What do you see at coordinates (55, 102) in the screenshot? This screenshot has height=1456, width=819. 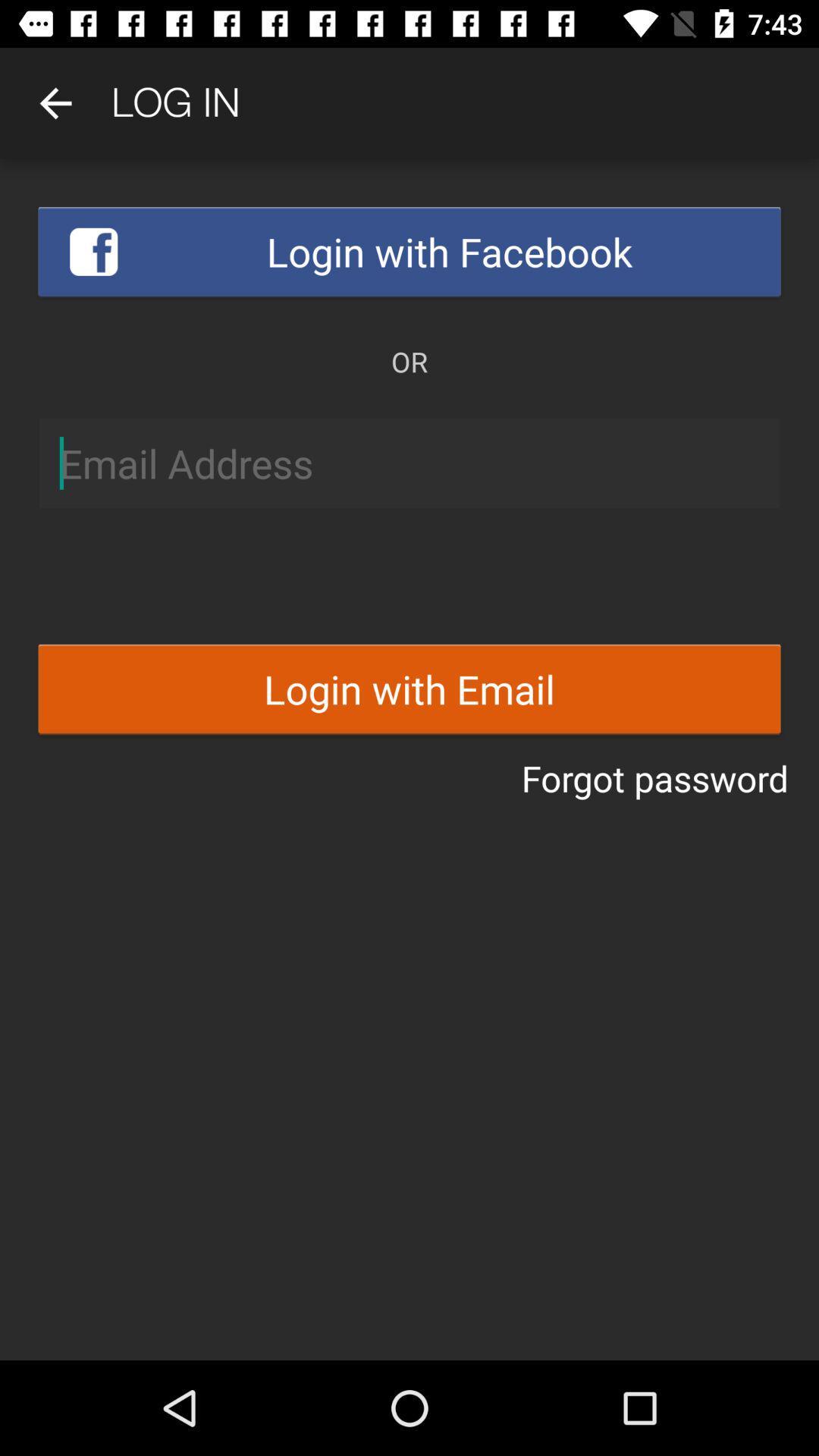 I see `item to the left of log in icon` at bounding box center [55, 102].